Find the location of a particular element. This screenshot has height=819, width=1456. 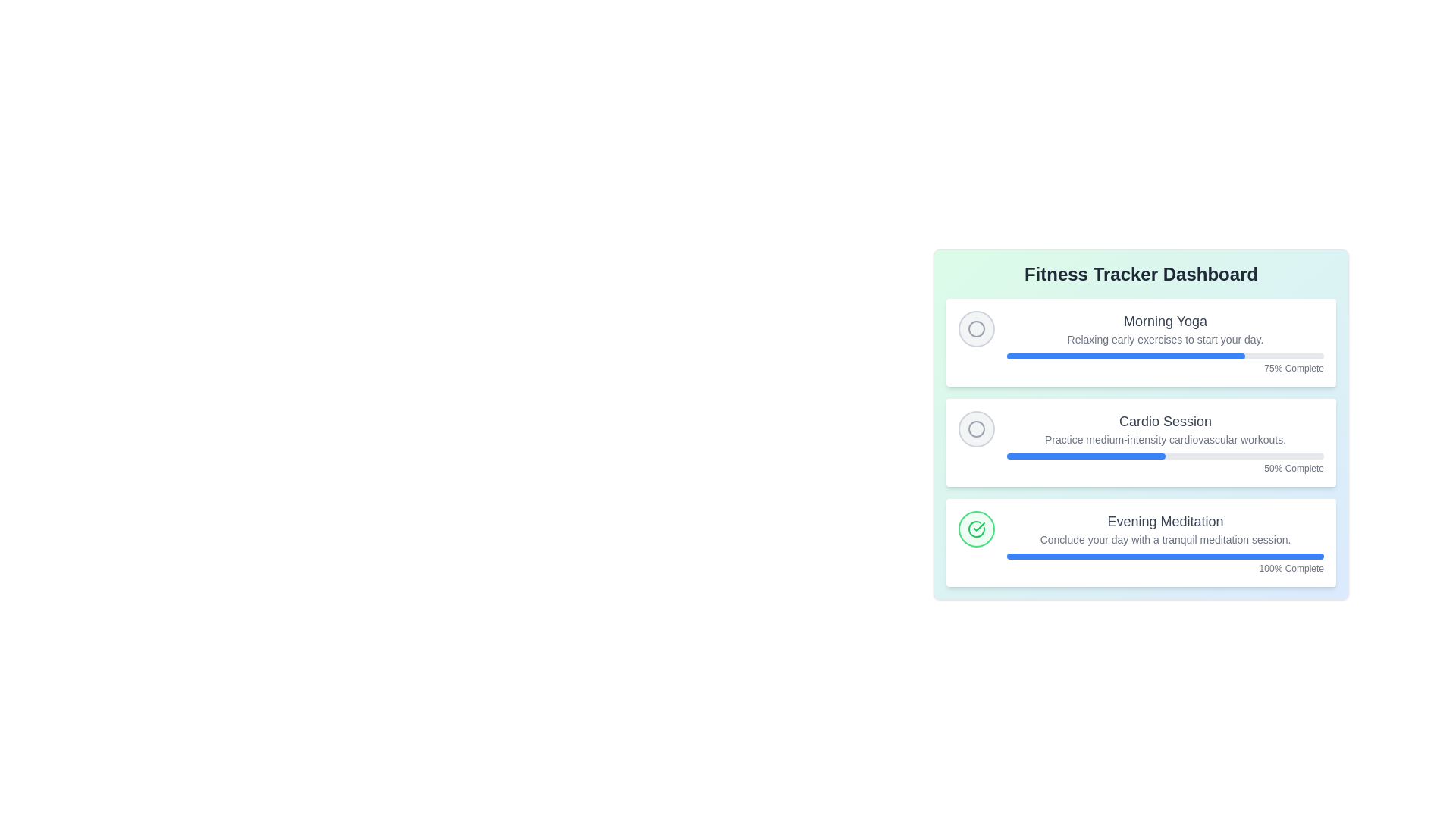

the 'Morning Yoga' card with progress bar located at the top-left corner of the Fitness Tracker Dashboard is located at coordinates (1141, 342).